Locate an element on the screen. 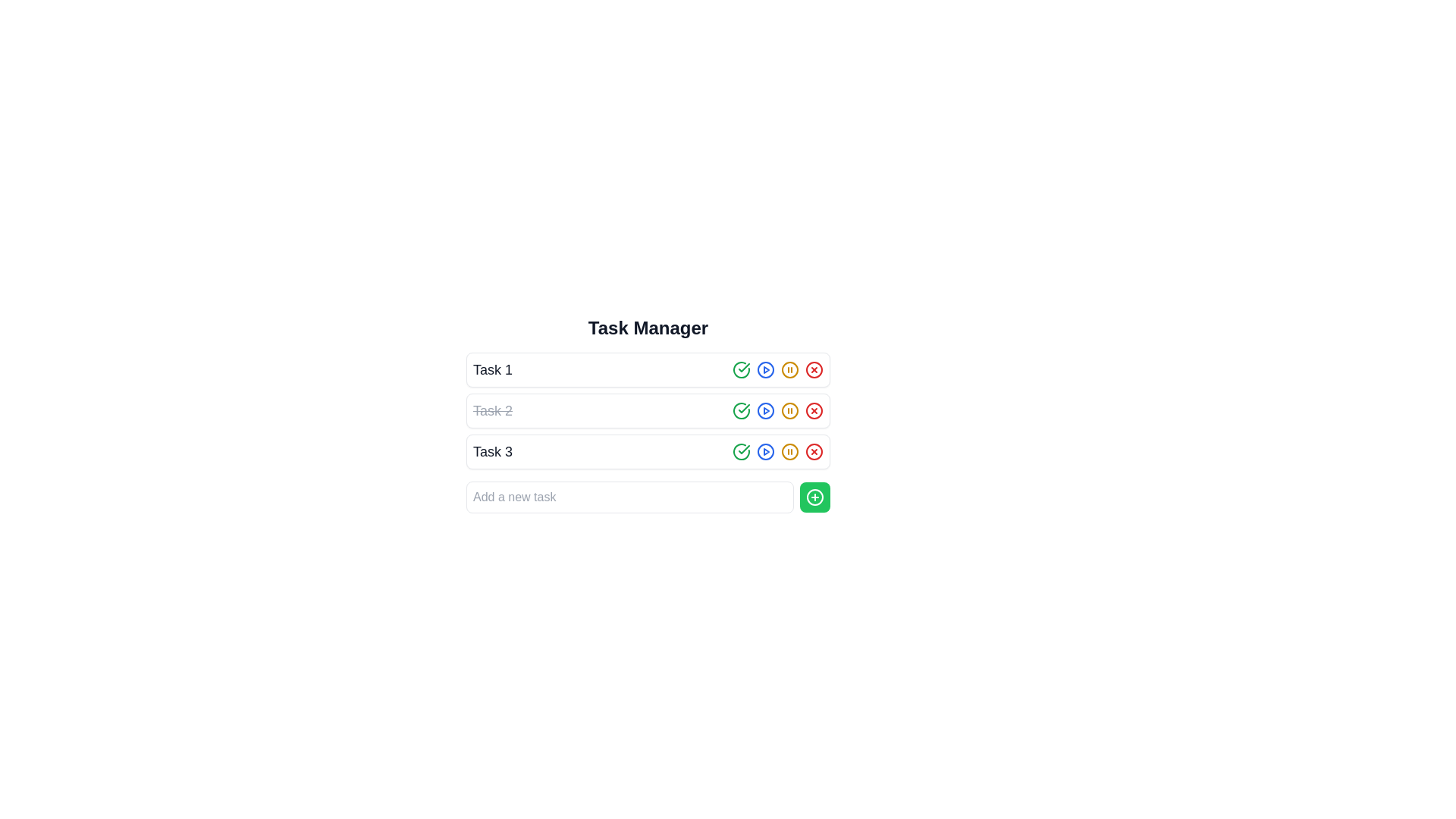 The height and width of the screenshot is (819, 1456). the Pause button icon, which is a circular border enclosing two vertical parallel lines with a thin golden outline, located in the task list next to 'Task 2' is located at coordinates (789, 451).